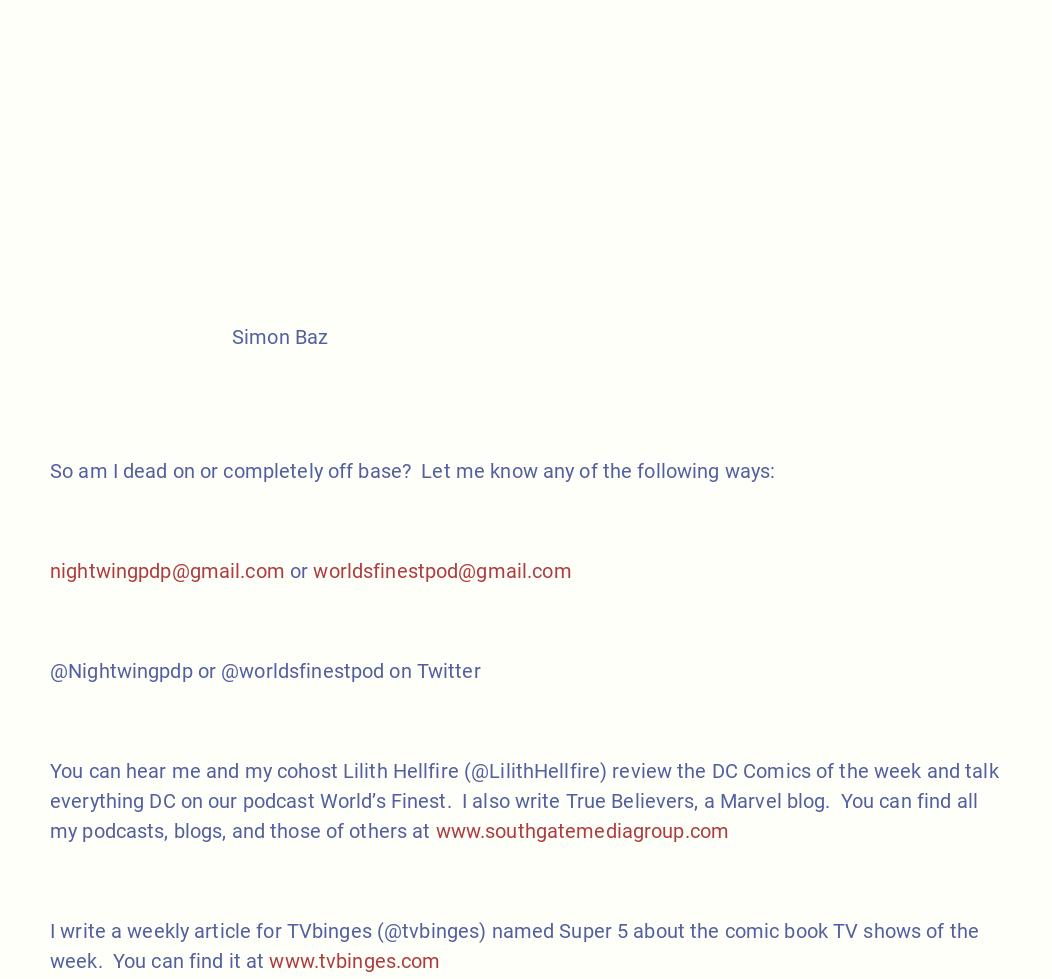 Image resolution: width=1052 pixels, height=979 pixels. I want to click on 'www.southgatemediagroup.com', so click(580, 828).